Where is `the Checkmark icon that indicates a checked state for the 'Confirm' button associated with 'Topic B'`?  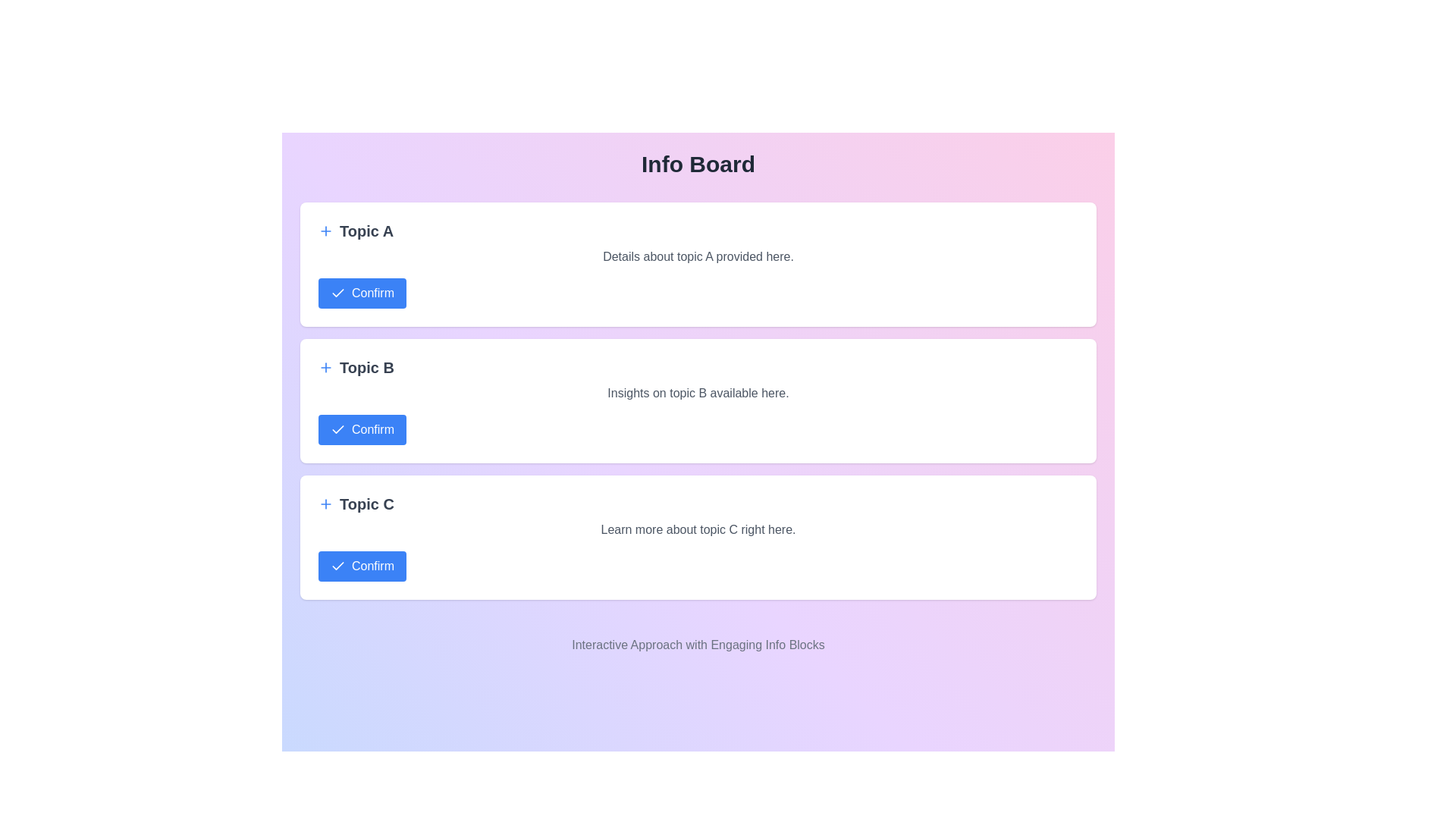
the Checkmark icon that indicates a checked state for the 'Confirm' button associated with 'Topic B' is located at coordinates (337, 292).